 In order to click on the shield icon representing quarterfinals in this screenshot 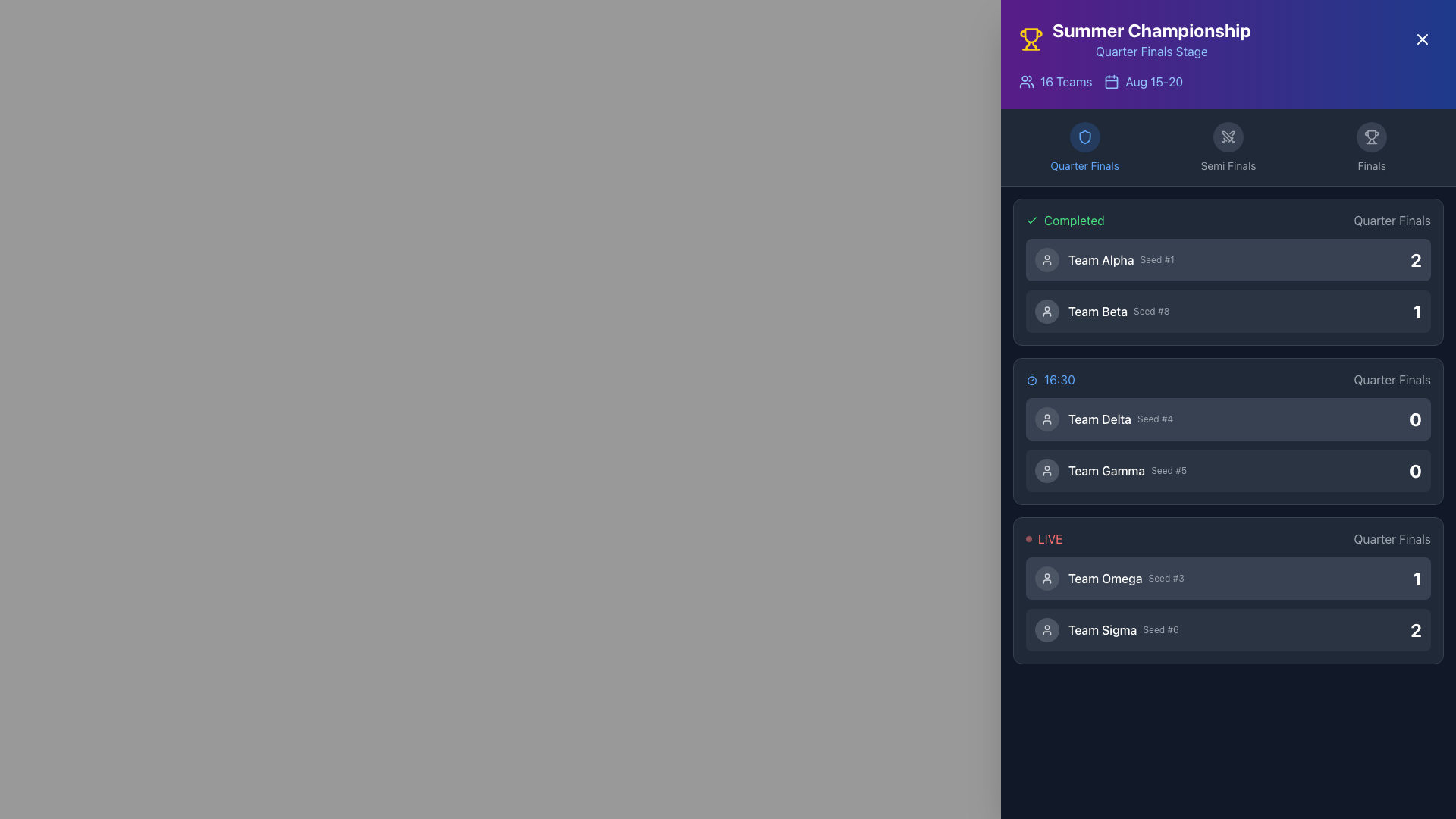, I will do `click(1084, 137)`.